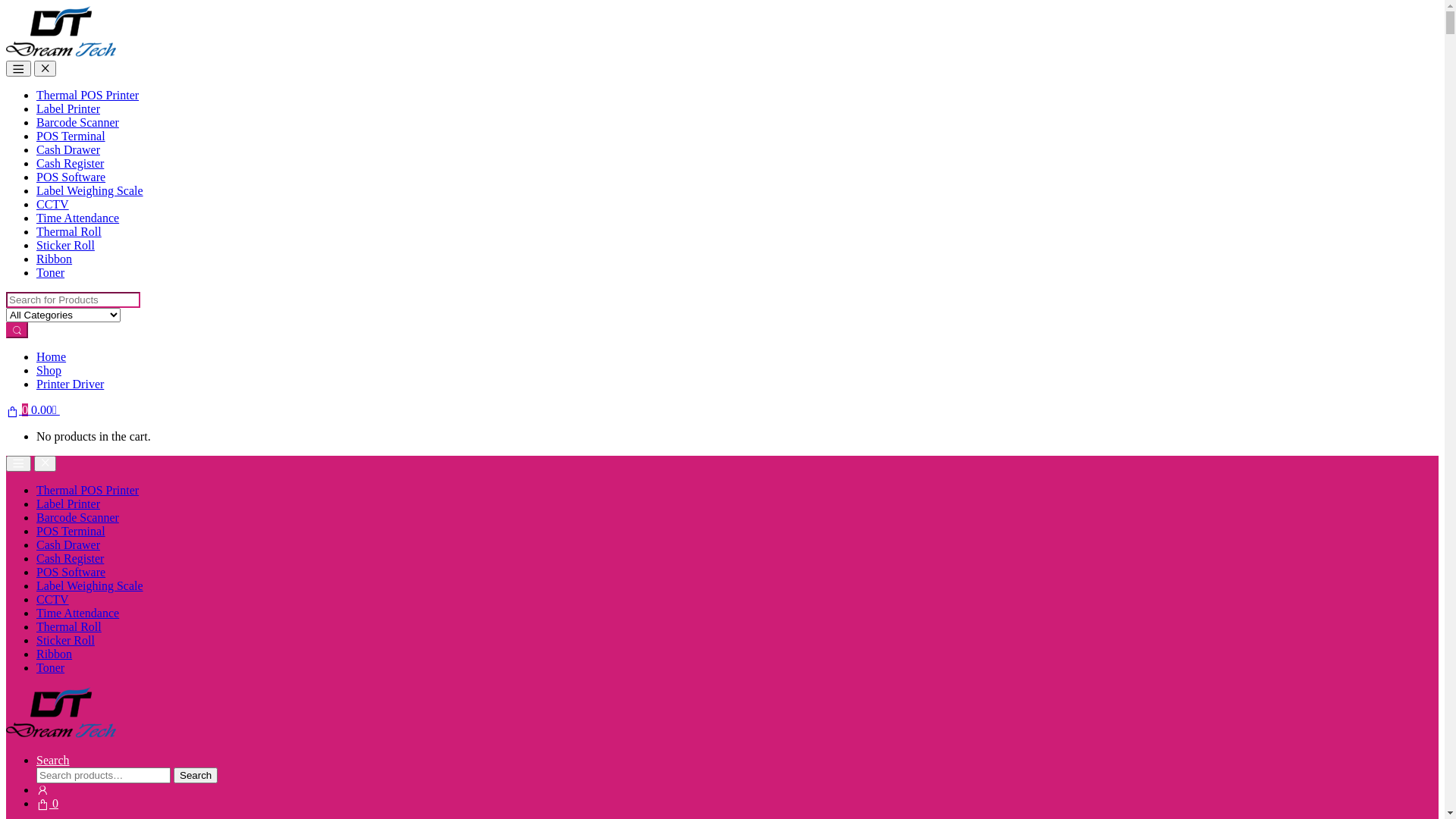 Image resolution: width=1456 pixels, height=819 pixels. What do you see at coordinates (54, 653) in the screenshot?
I see `'Ribbon'` at bounding box center [54, 653].